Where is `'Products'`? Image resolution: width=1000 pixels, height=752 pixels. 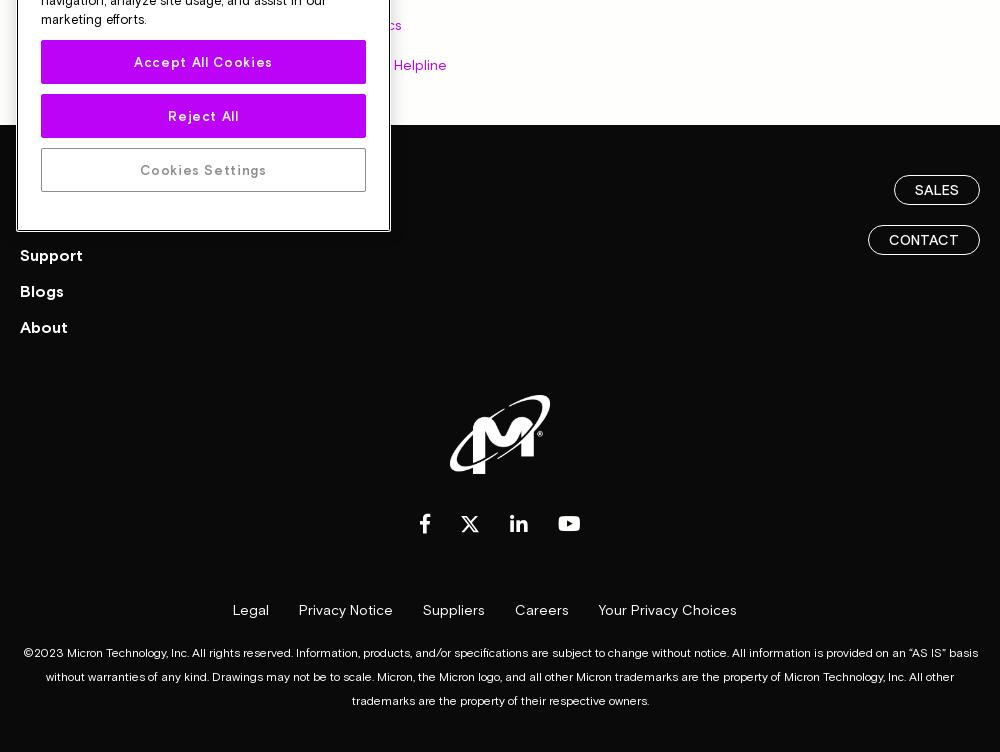 'Products' is located at coordinates (55, 180).